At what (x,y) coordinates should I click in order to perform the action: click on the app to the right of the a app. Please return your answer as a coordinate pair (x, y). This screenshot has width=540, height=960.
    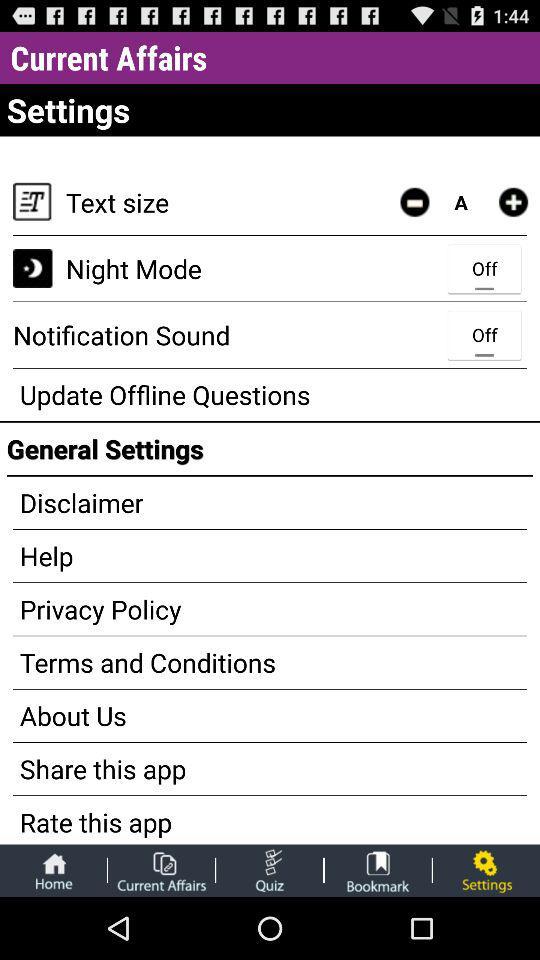
    Looking at the image, I should click on (513, 202).